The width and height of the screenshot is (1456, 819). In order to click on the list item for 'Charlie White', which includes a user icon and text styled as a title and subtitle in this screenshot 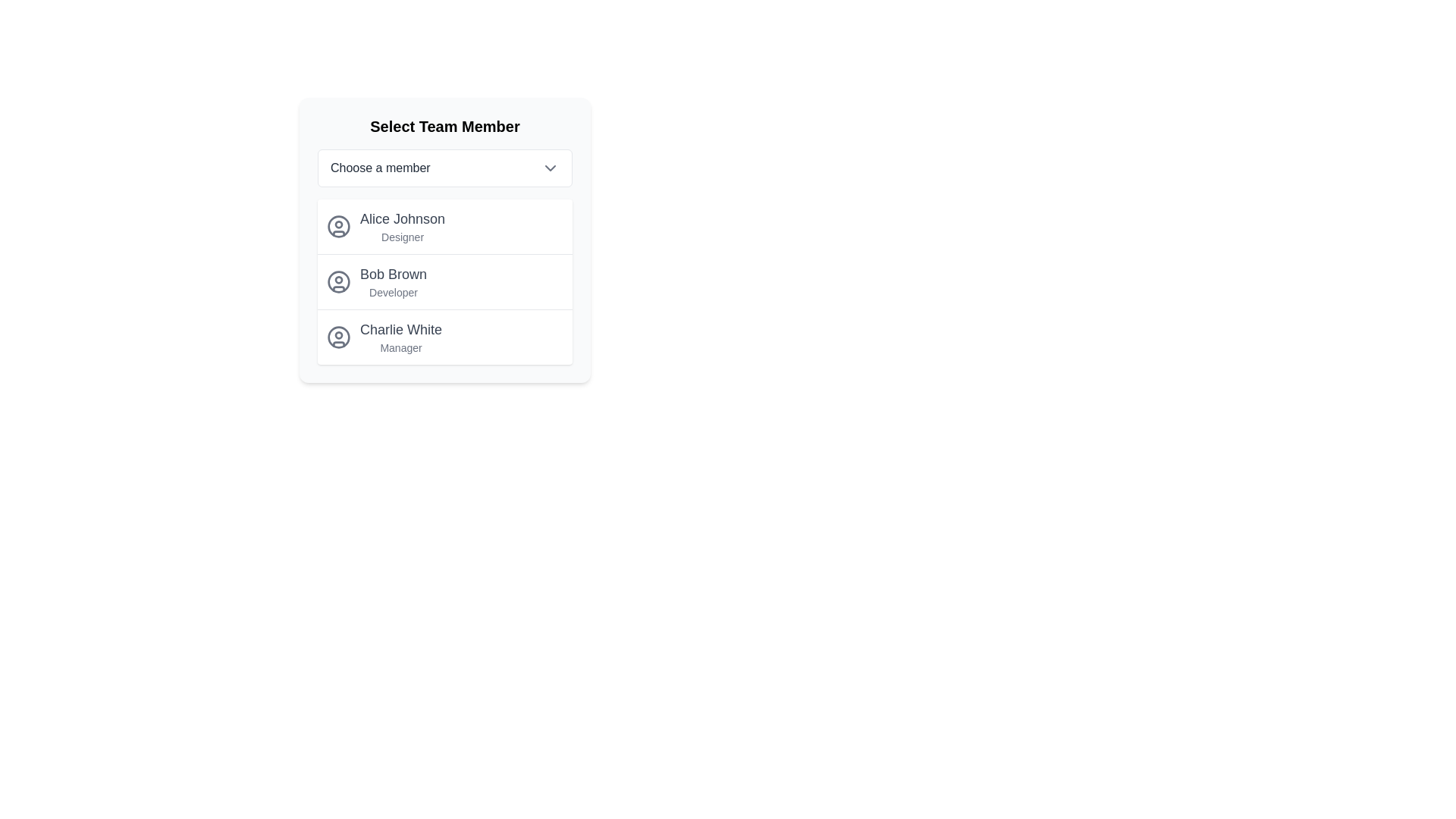, I will do `click(384, 336)`.